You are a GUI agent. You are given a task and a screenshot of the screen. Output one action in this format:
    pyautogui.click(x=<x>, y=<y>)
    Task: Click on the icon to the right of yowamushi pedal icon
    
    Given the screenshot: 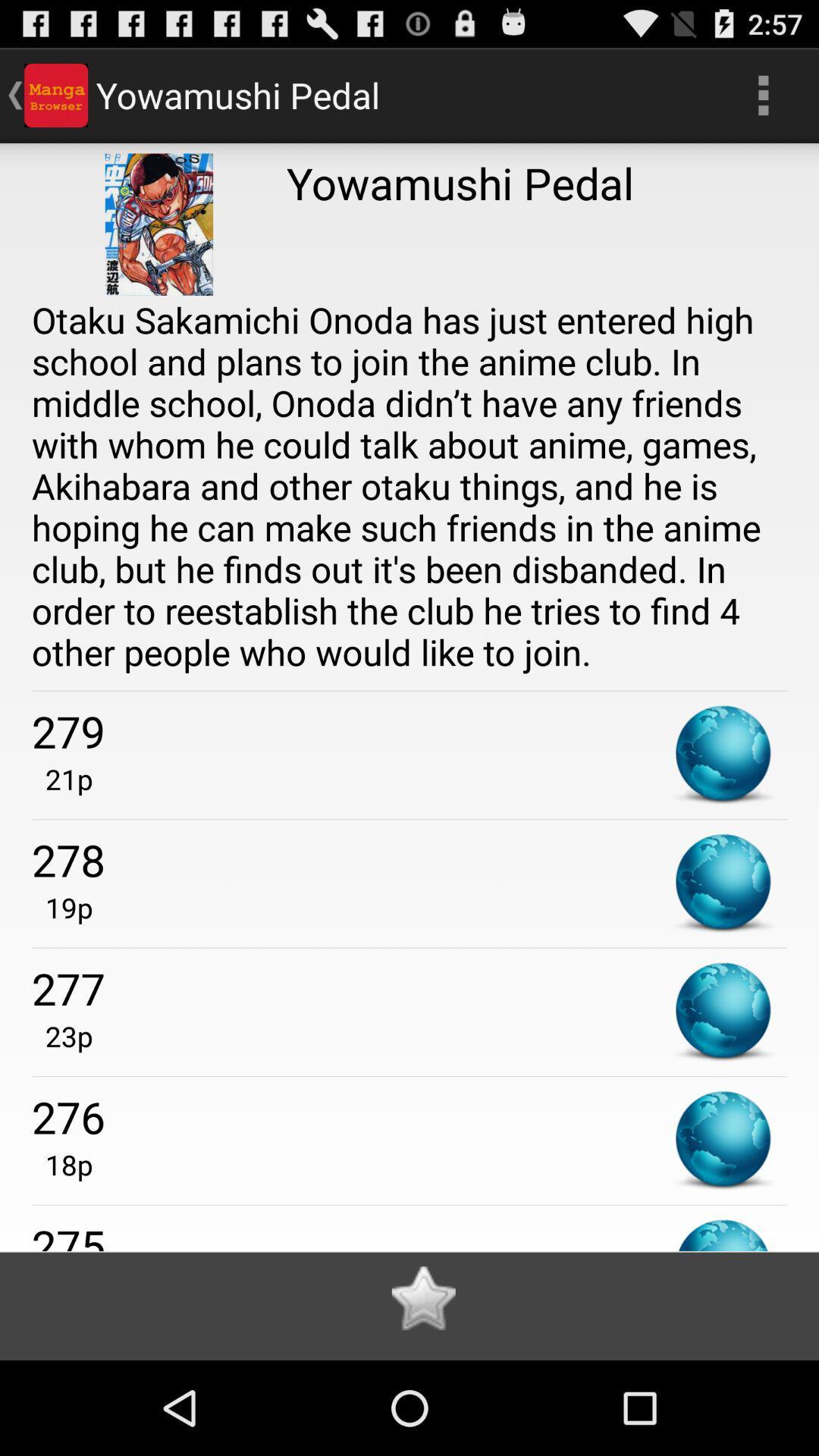 What is the action you would take?
    pyautogui.click(x=763, y=94)
    